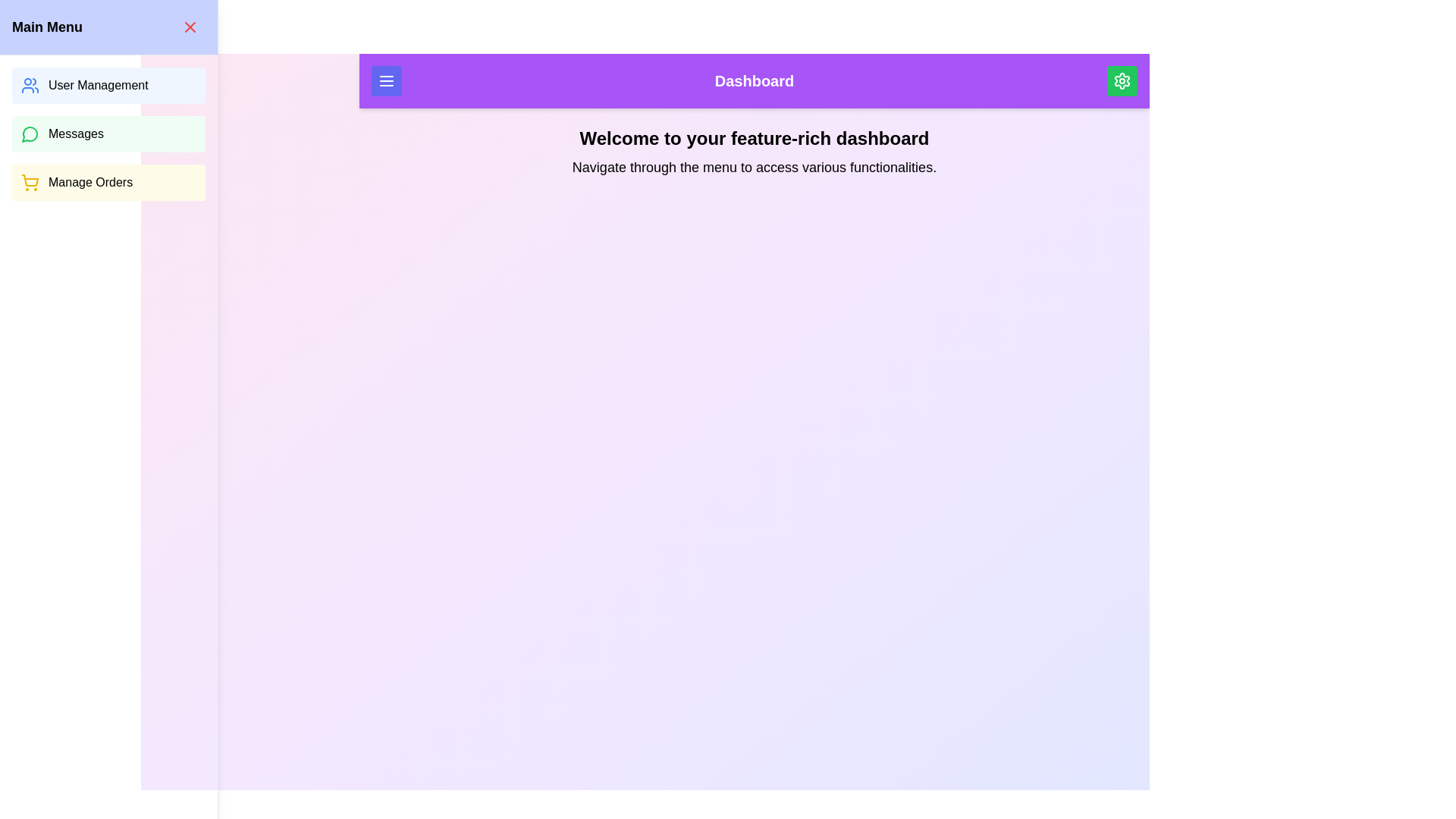 Image resolution: width=1456 pixels, height=819 pixels. Describe the element at coordinates (108, 85) in the screenshot. I see `the 'User Management' button, which has a light blue background and a user icon on the left` at that location.